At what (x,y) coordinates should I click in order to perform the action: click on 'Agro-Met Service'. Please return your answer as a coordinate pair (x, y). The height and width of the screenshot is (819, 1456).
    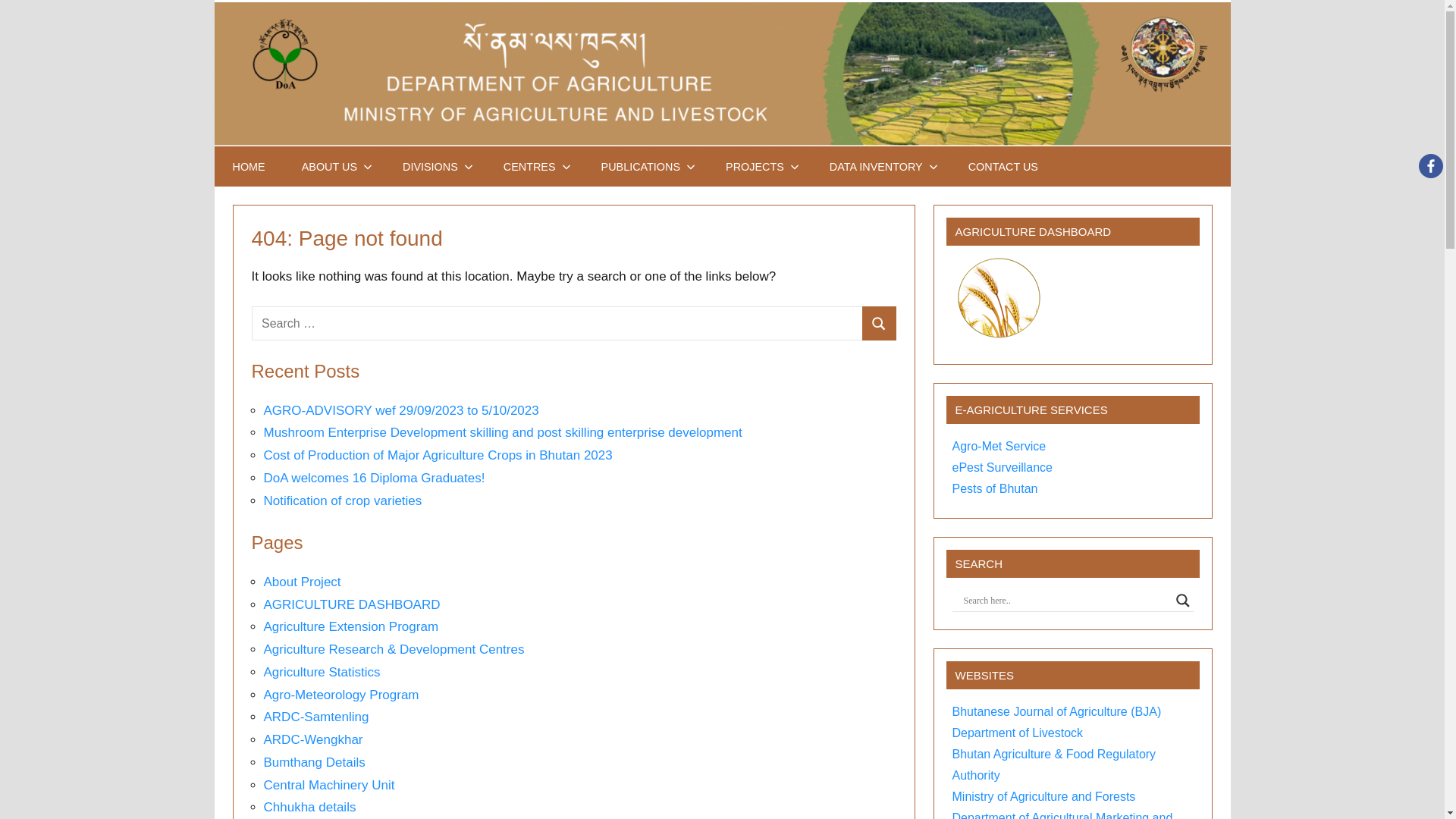
    Looking at the image, I should click on (999, 445).